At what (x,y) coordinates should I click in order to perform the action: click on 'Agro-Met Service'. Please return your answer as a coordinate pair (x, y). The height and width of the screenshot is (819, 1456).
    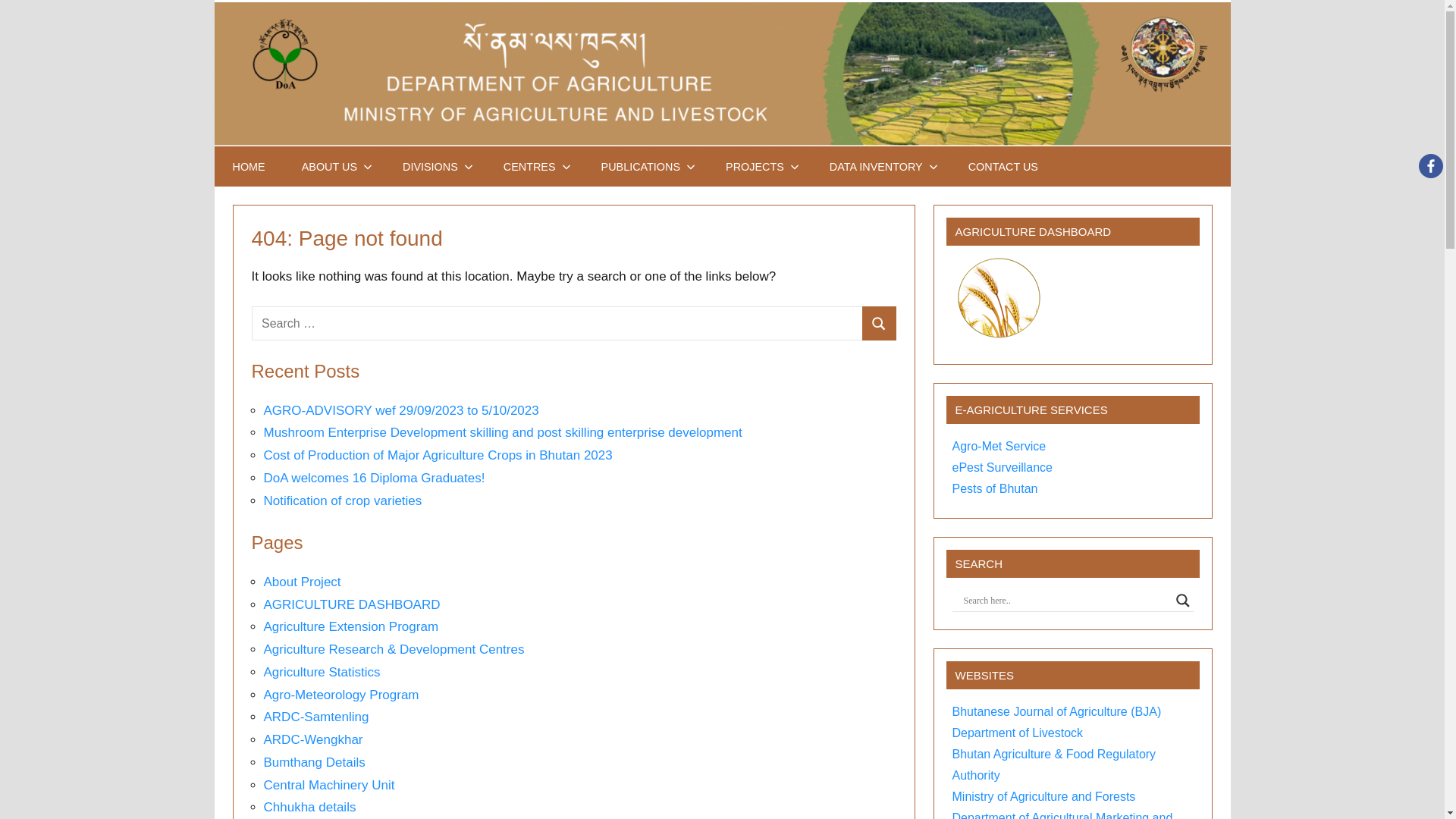
    Looking at the image, I should click on (999, 445).